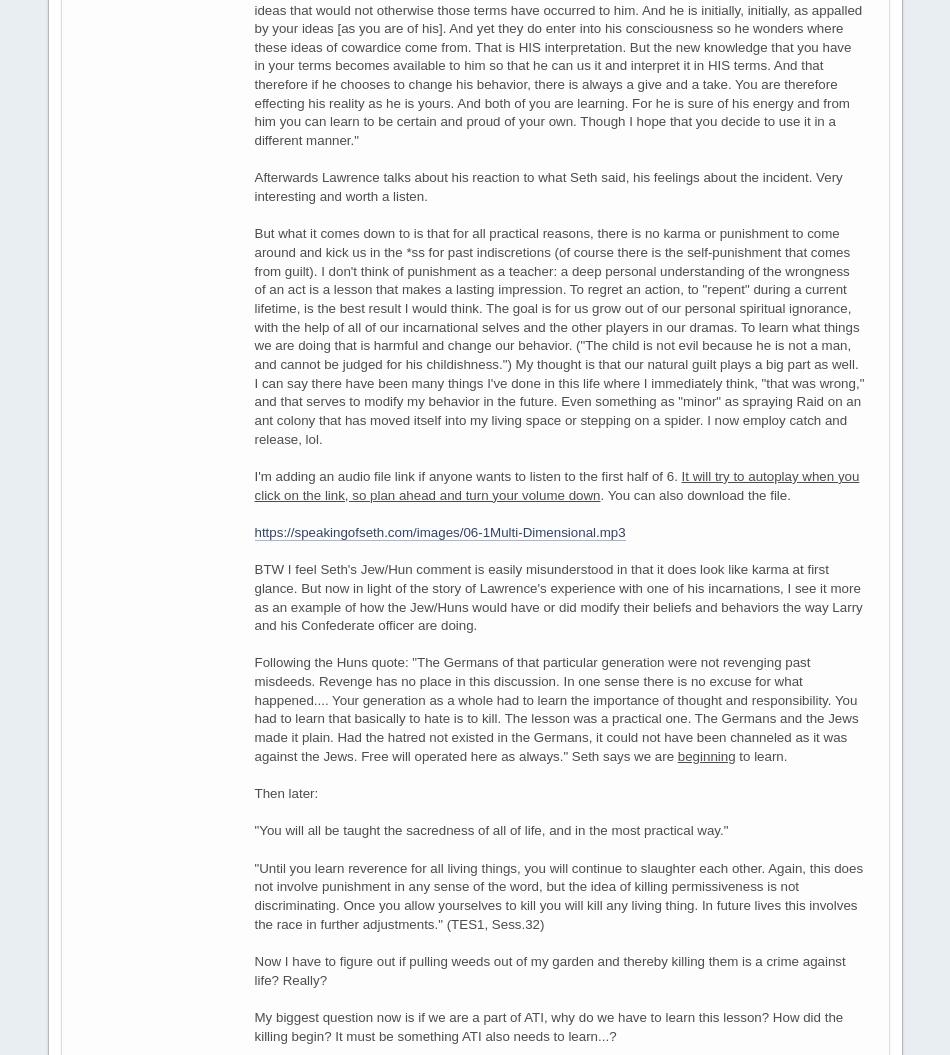  Describe the element at coordinates (253, 484) in the screenshot. I see `'It will try to autoplay when you click on the link, so plan ahead and turn your volume down'` at that location.